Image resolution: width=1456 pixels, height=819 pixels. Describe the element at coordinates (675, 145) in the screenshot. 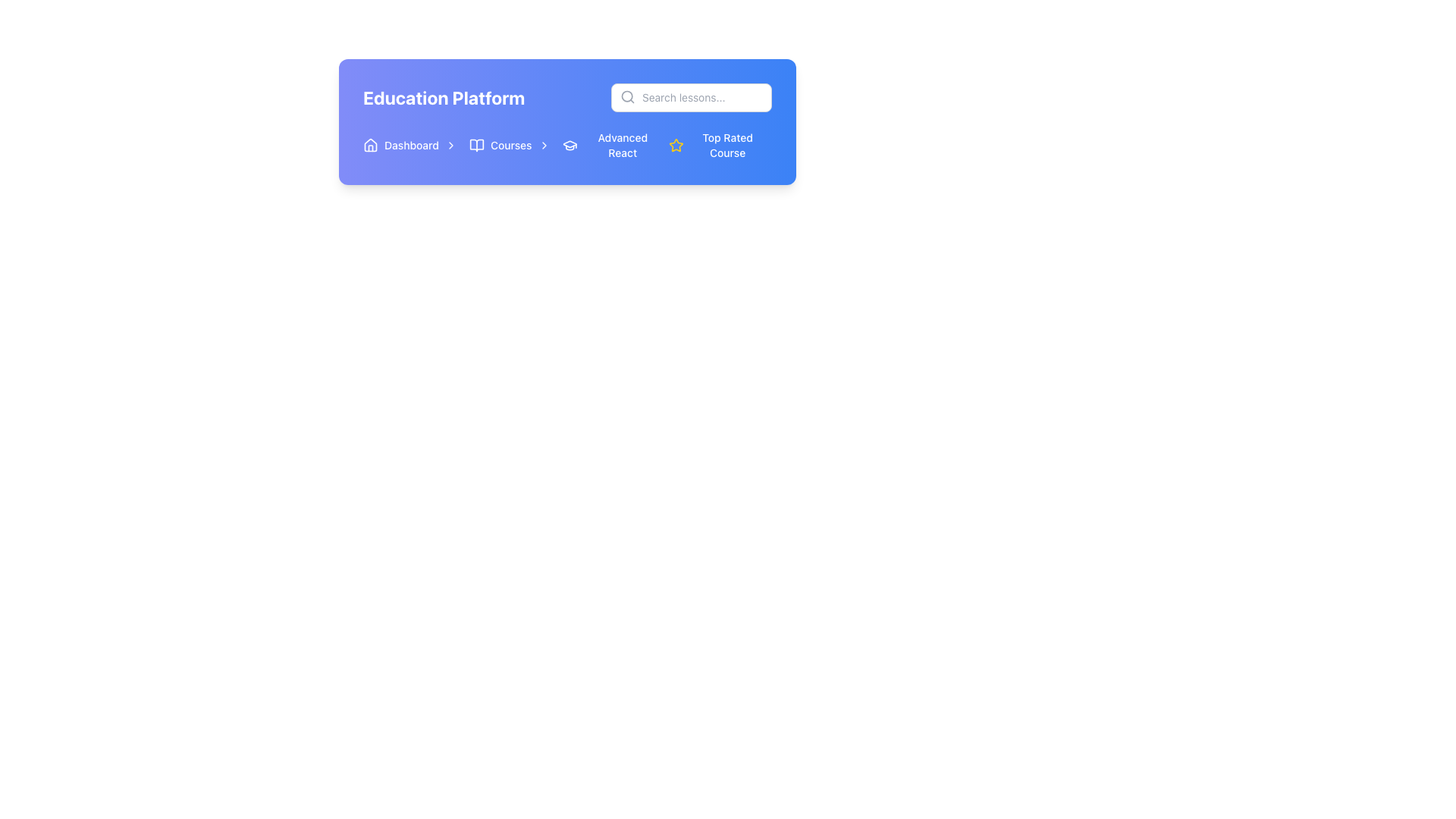

I see `the star-shaped icon with a yellow outline from its current position` at that location.